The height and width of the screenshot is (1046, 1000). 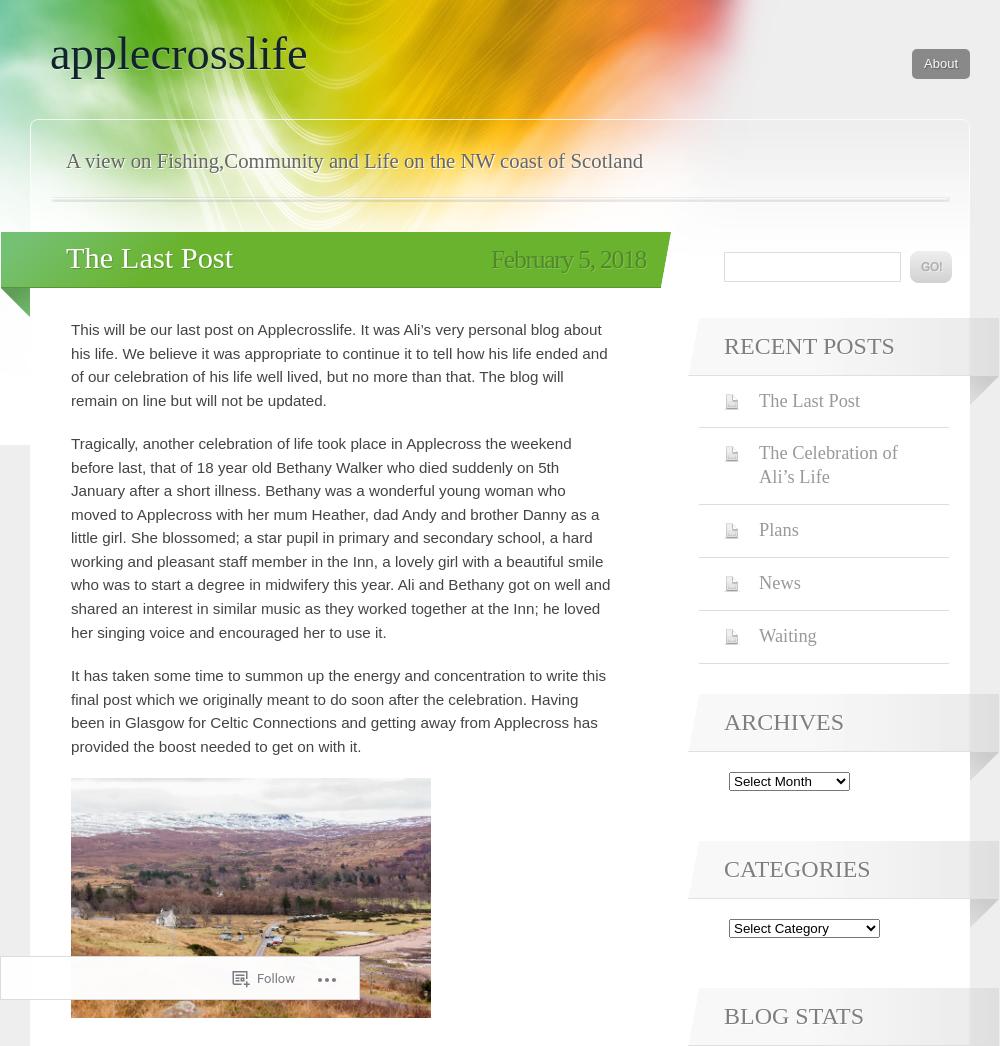 I want to click on 'Categories', so click(x=723, y=866).